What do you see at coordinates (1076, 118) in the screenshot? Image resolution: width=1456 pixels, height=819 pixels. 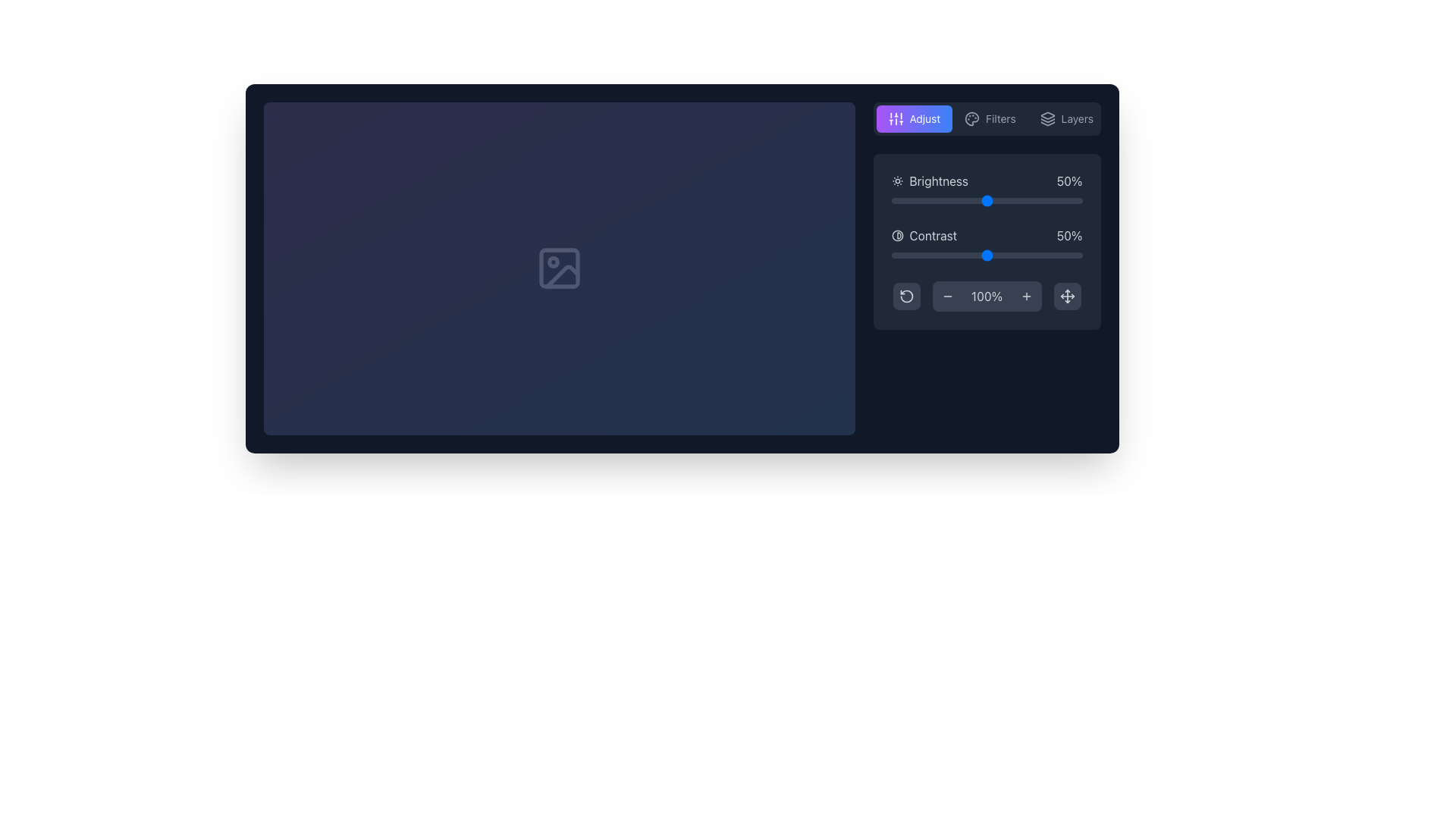 I see `the 'Layers' text label in the top-right menu bar` at bounding box center [1076, 118].